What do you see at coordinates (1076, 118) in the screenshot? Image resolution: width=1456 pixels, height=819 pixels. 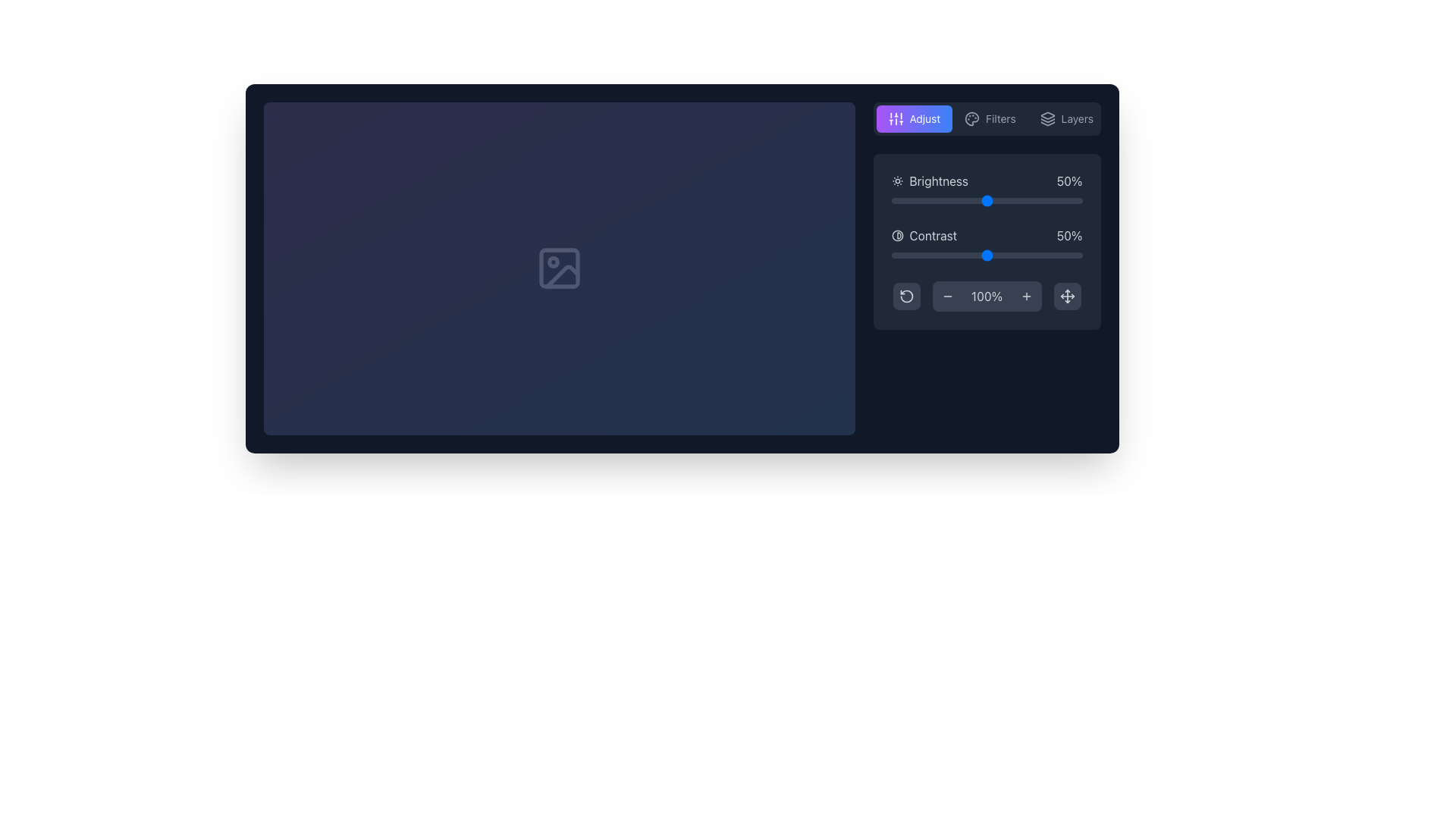 I see `the 'Layers' text label in the top-right menu bar` at bounding box center [1076, 118].